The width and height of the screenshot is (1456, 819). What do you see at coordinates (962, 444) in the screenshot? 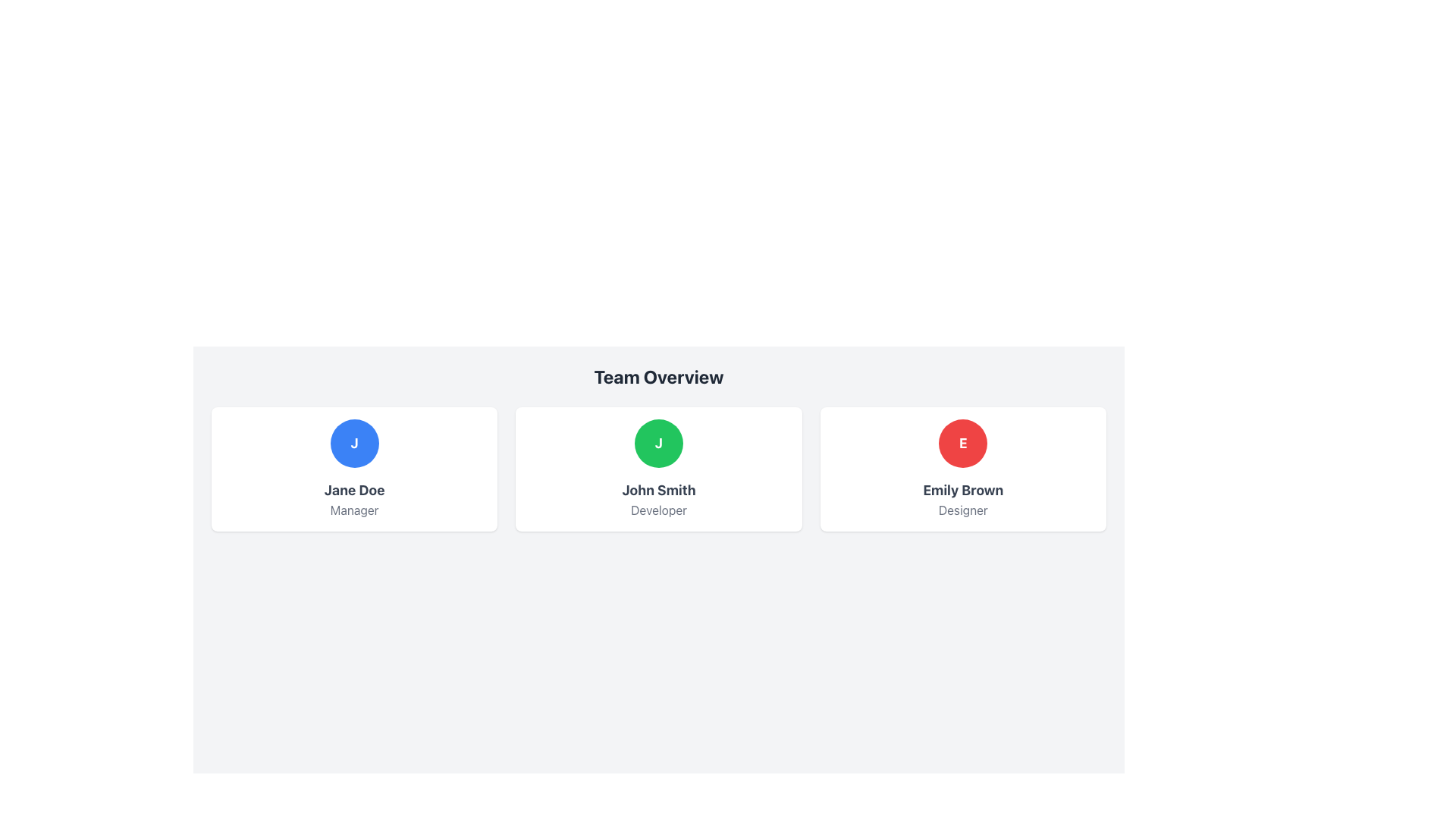
I see `the Circular Icon representing the user 'Emily Brown', which serves as a visual identifier associated with her initials, located at the top center of the card above her name and role` at bounding box center [962, 444].